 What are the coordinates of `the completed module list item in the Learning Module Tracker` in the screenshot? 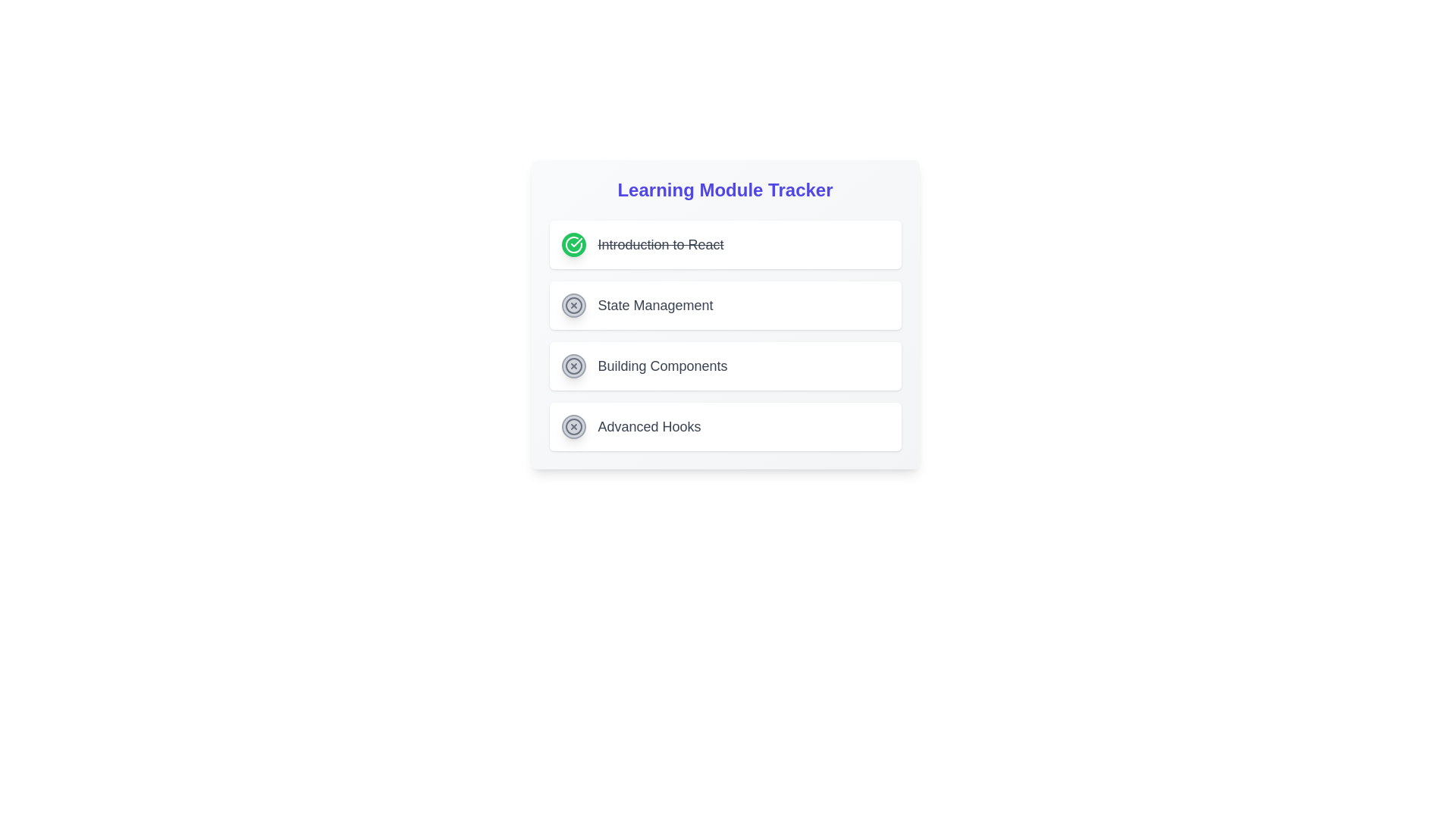 It's located at (724, 244).